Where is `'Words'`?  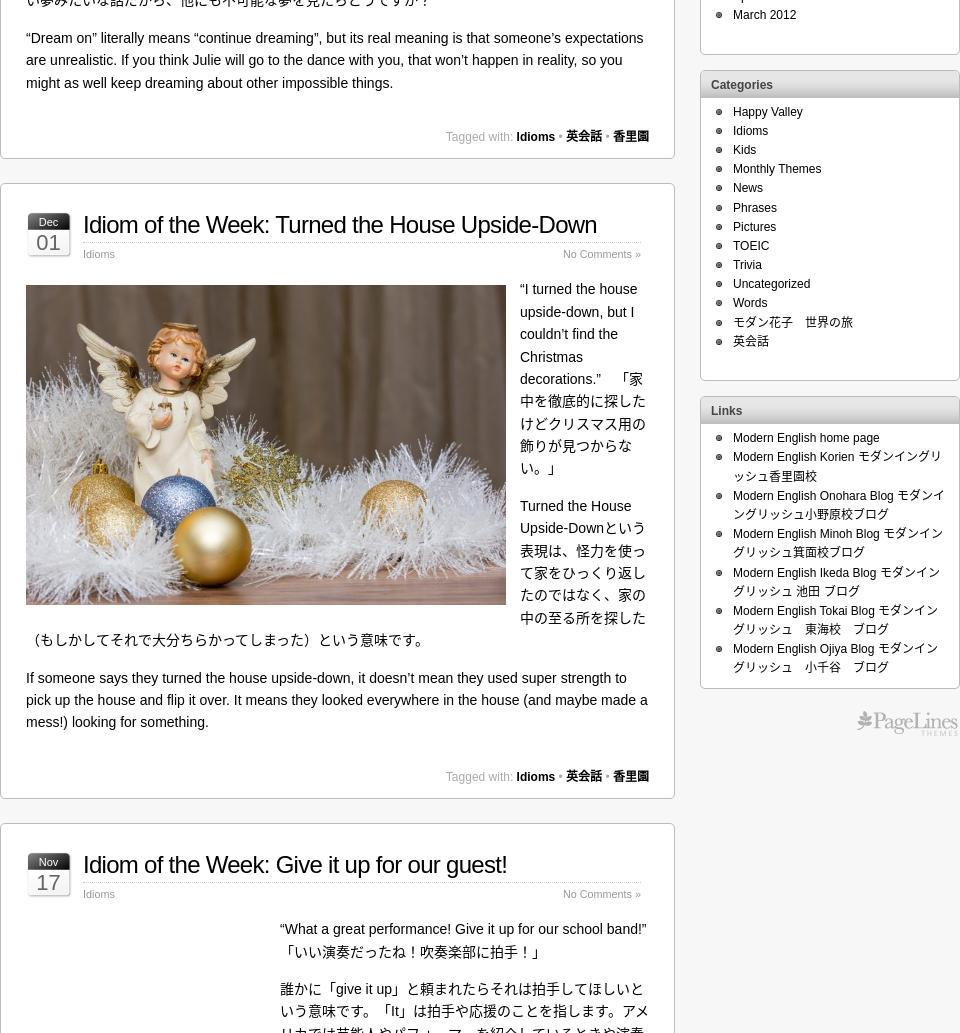 'Words' is located at coordinates (748, 301).